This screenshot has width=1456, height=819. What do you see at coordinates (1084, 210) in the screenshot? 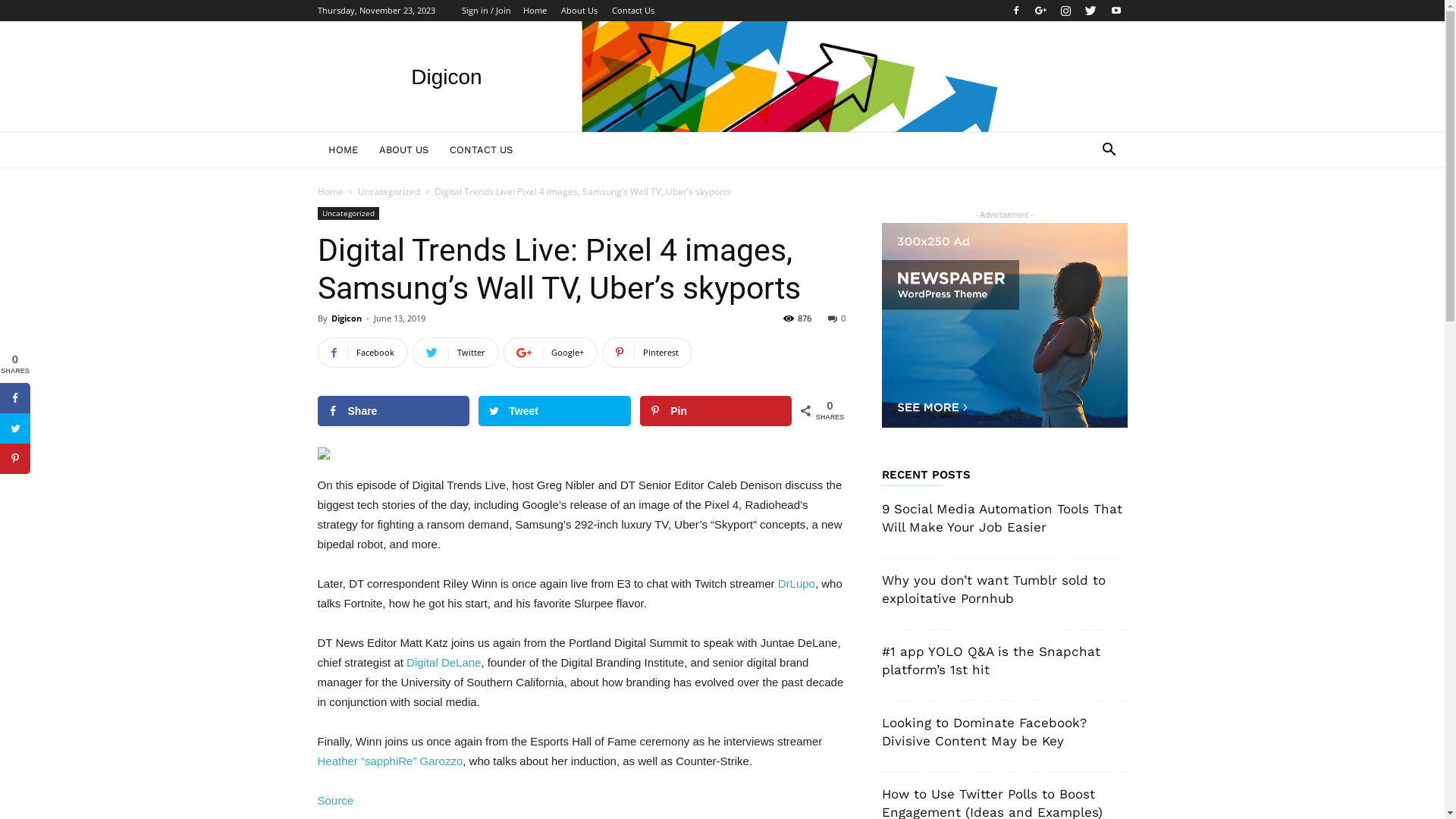
I see `'Search'` at bounding box center [1084, 210].